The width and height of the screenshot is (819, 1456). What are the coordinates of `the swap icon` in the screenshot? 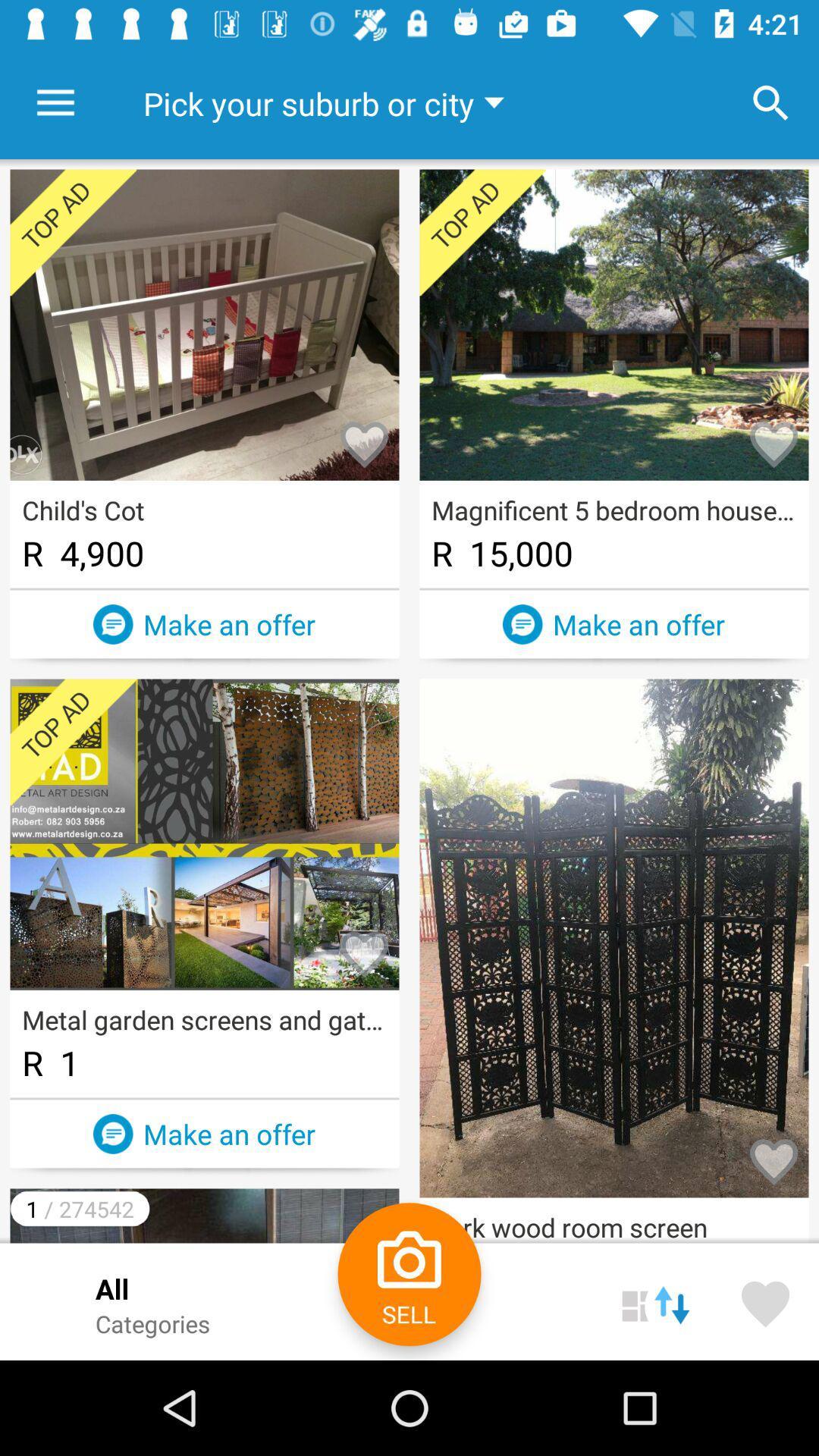 It's located at (654, 1301).